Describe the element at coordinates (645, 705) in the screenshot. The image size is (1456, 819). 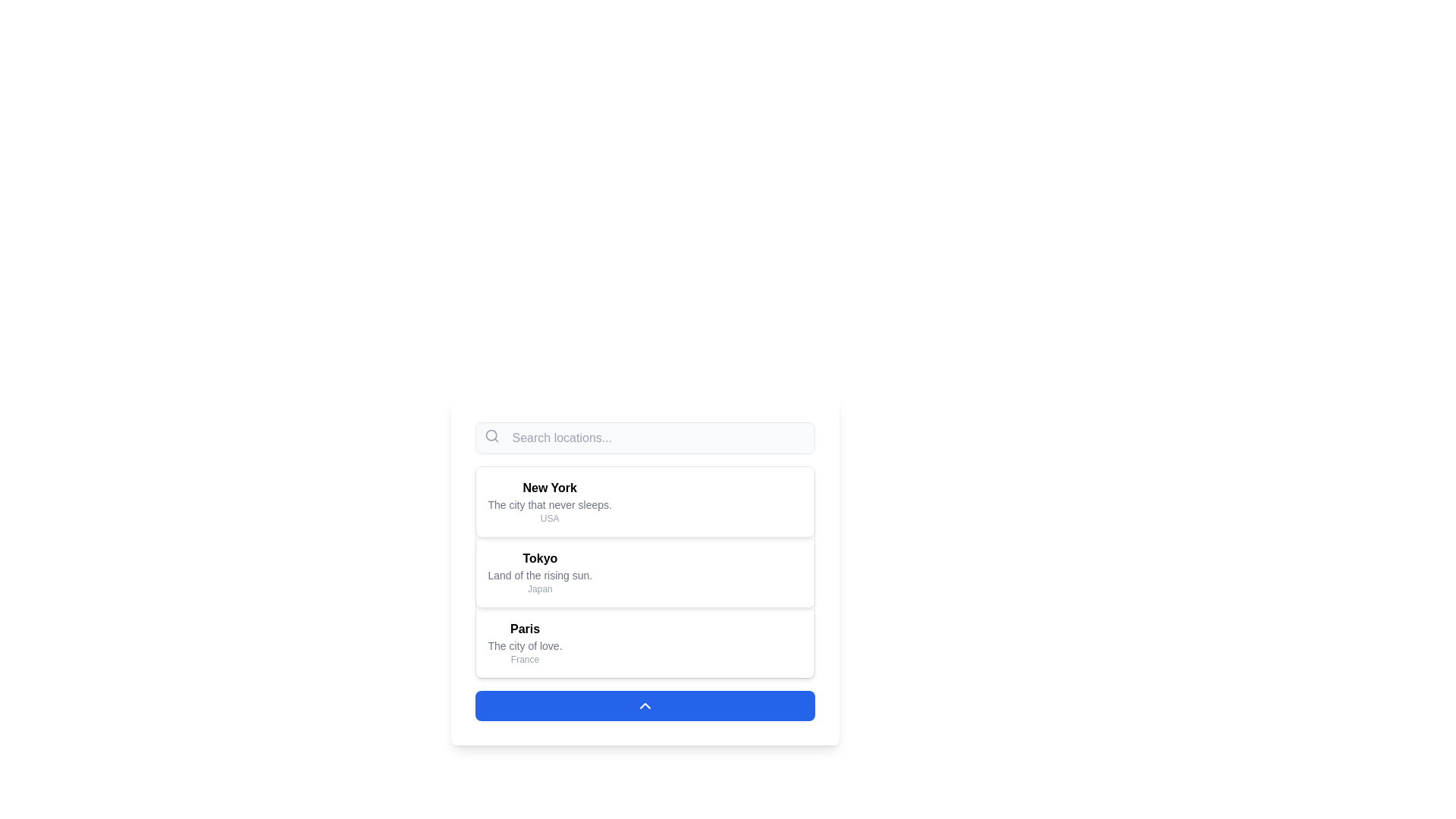
I see `the button with a chevron-up icon at the bottom of the city list` at that location.